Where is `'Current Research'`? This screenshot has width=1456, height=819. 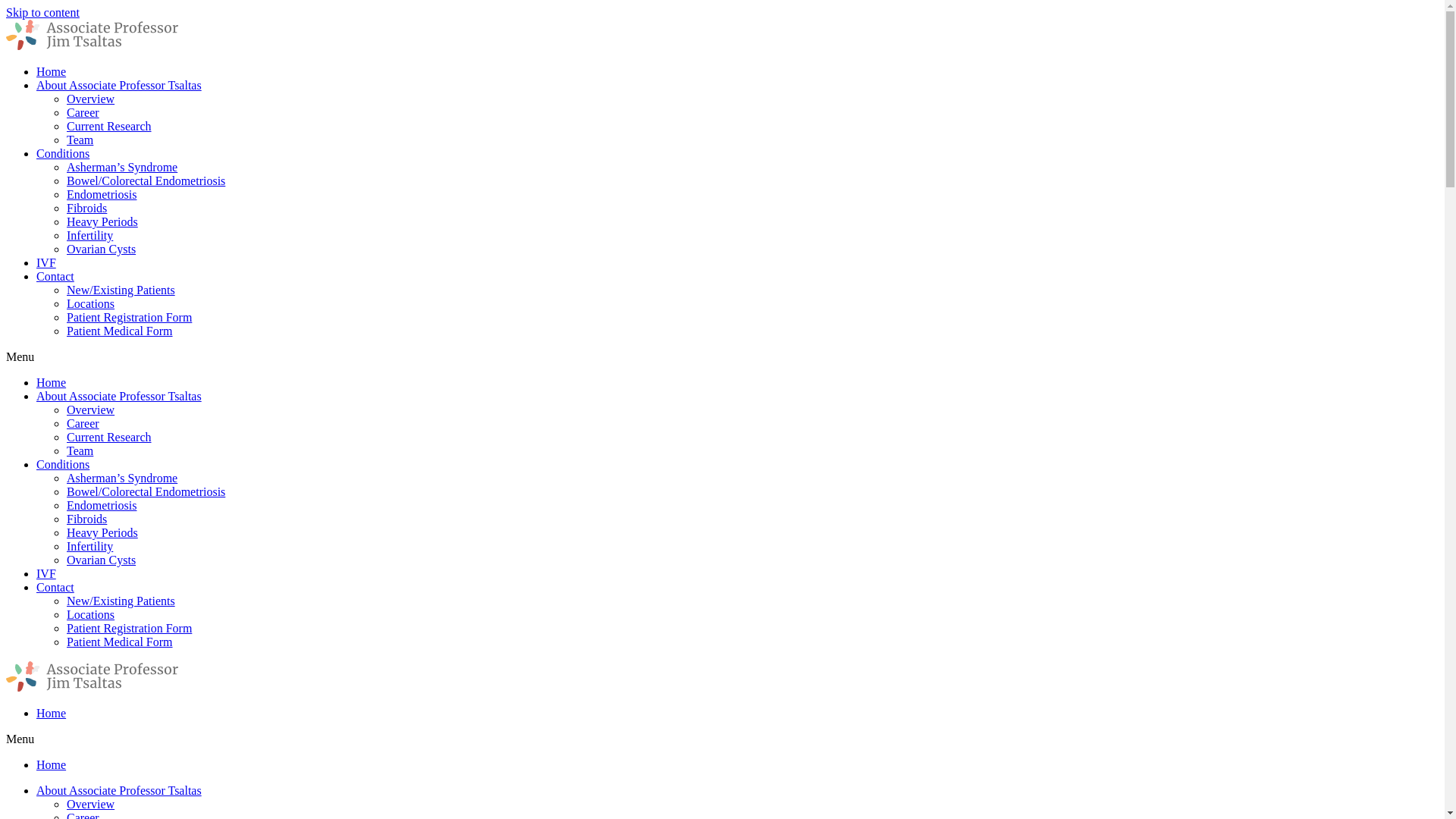
'Current Research' is located at coordinates (108, 437).